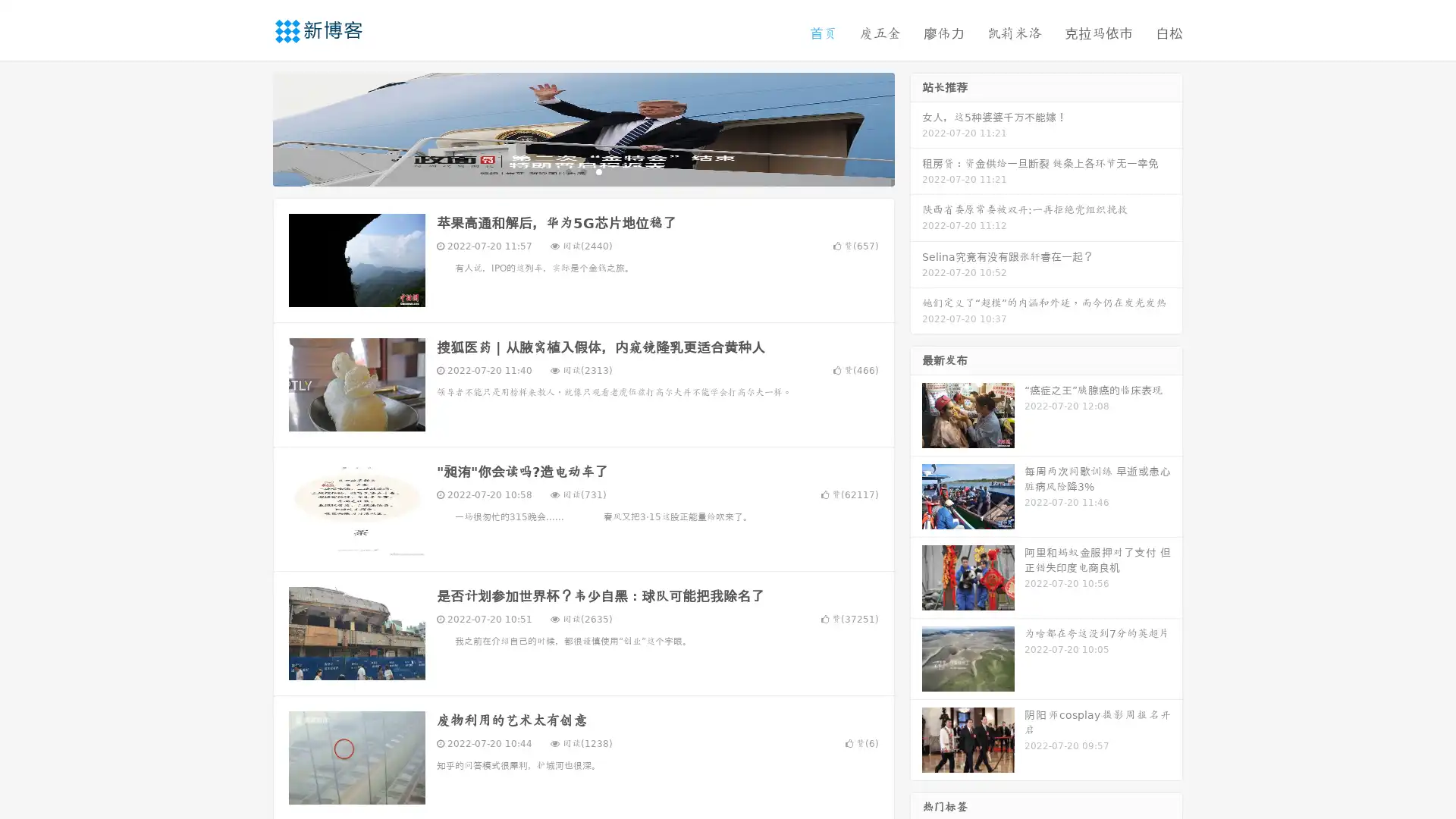 This screenshot has height=819, width=1456. Describe the element at coordinates (598, 171) in the screenshot. I see `Go to slide 3` at that location.